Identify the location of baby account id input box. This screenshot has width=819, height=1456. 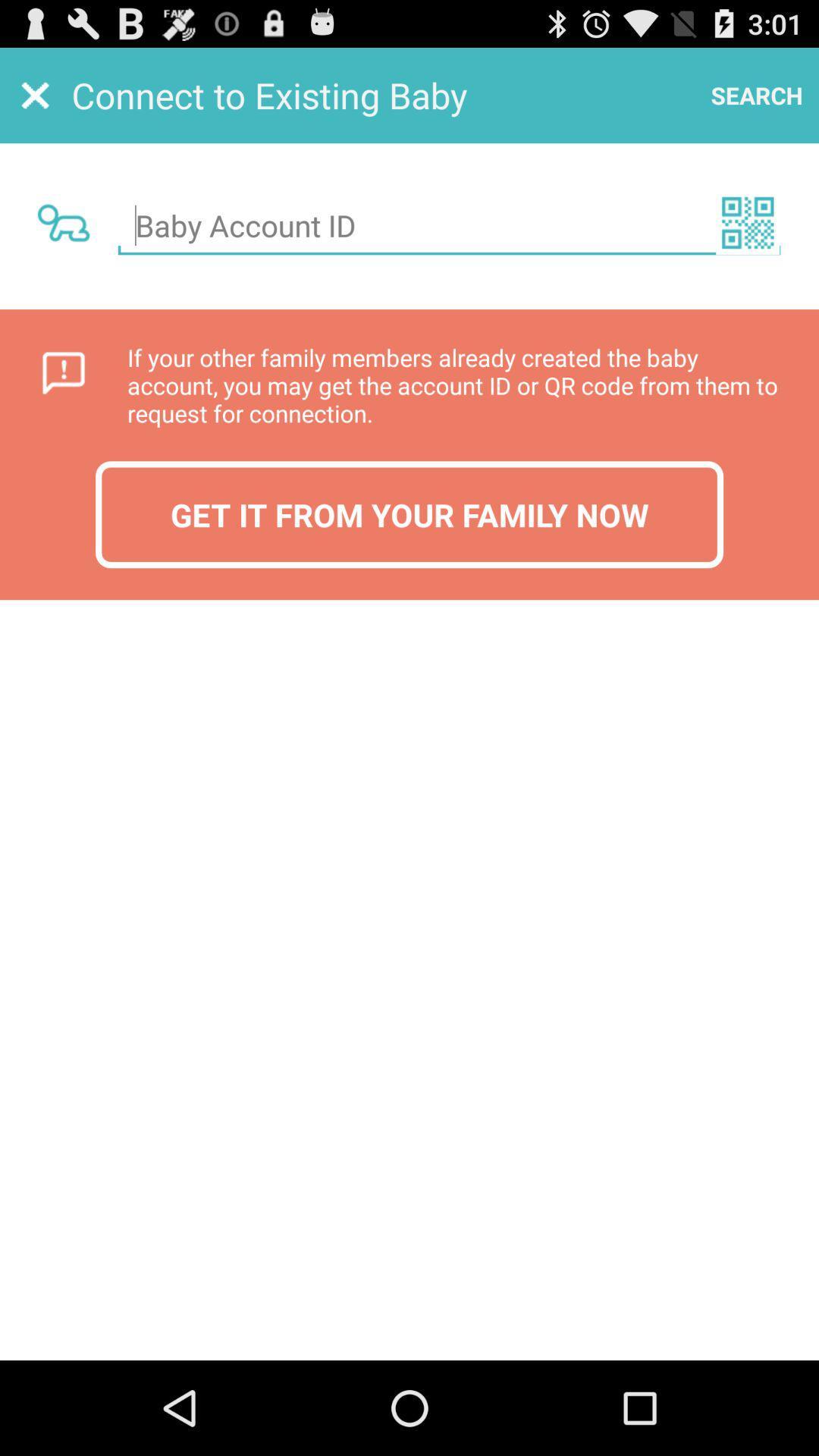
(448, 225).